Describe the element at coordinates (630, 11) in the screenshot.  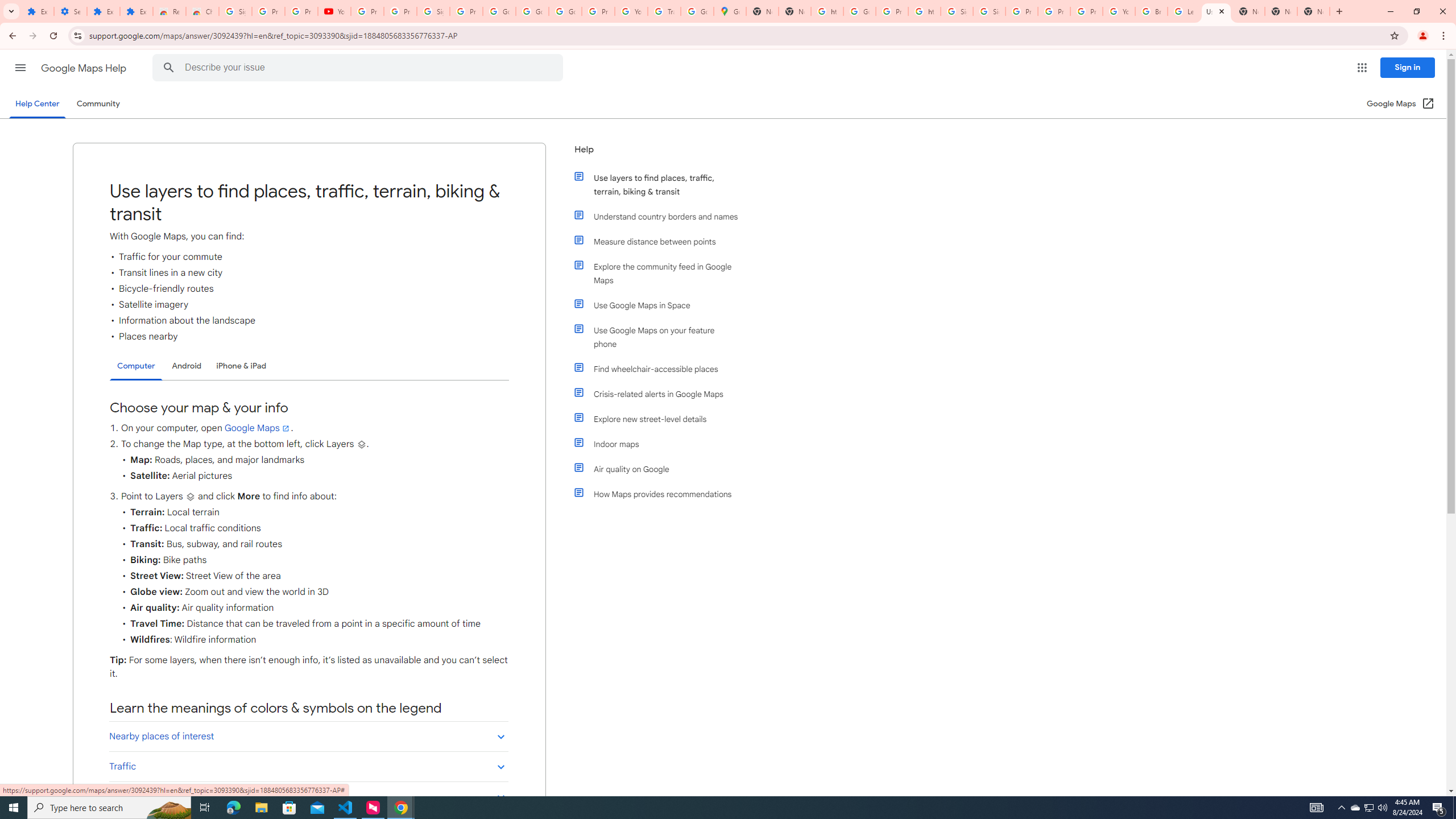
I see `'YouTube'` at that location.